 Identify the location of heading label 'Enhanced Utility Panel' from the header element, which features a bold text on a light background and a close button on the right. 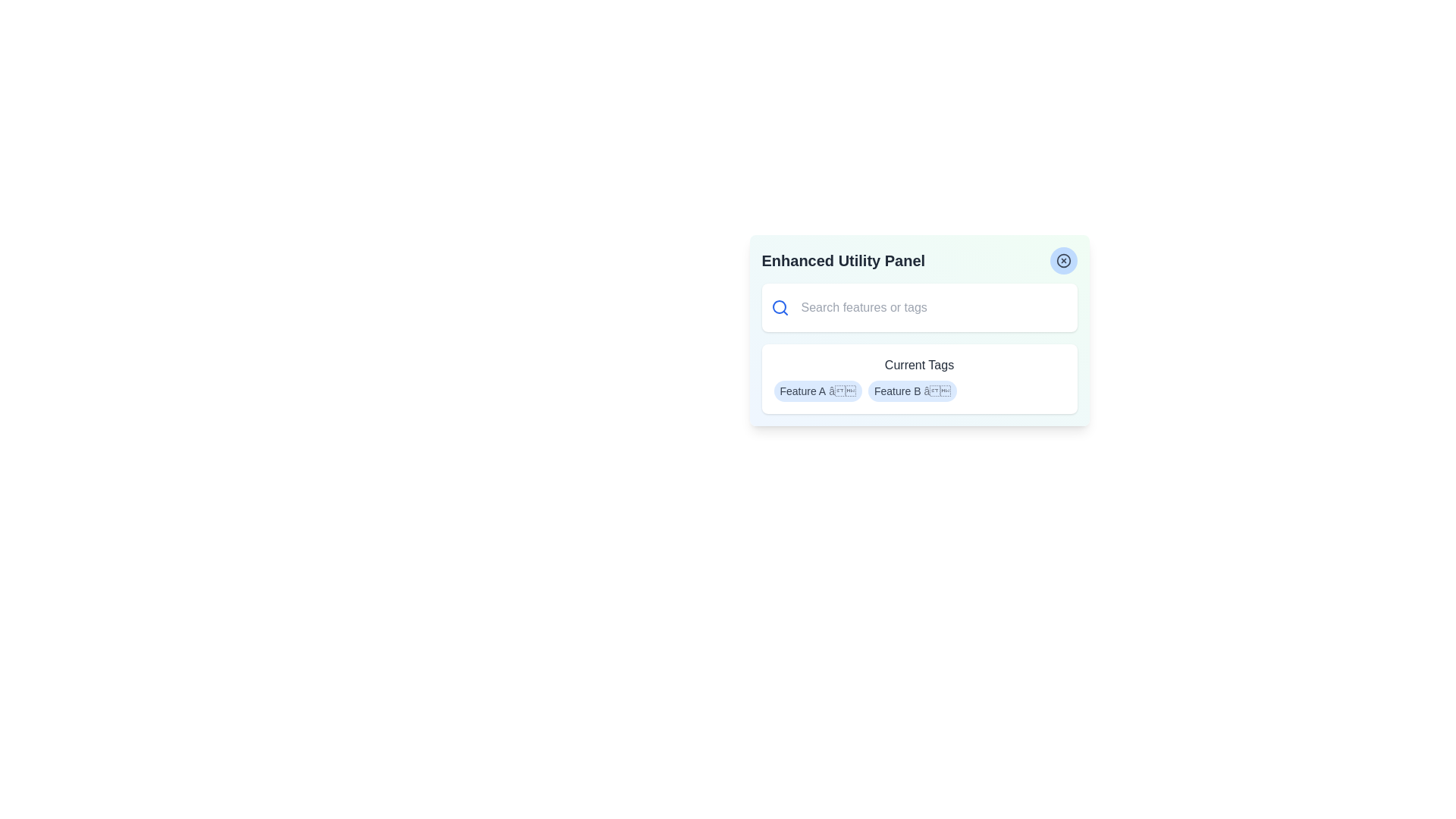
(918, 259).